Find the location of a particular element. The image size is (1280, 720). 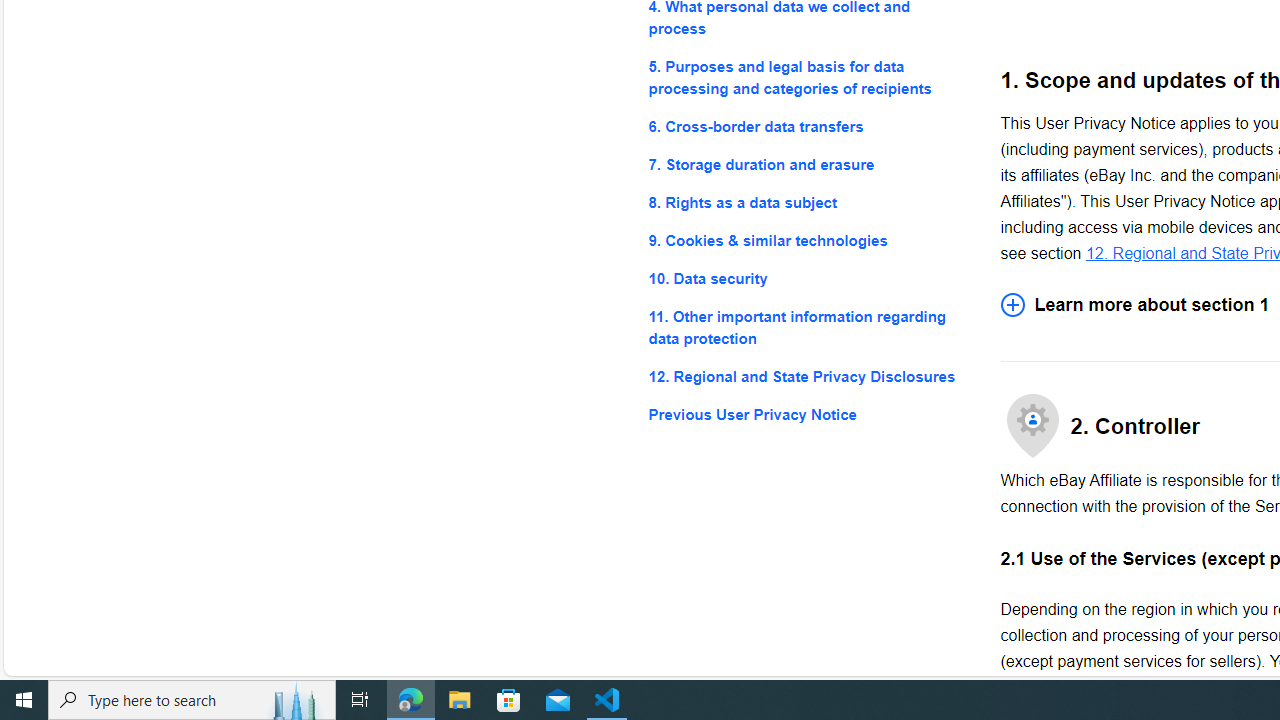

'10. Data security' is located at coordinates (808, 279).